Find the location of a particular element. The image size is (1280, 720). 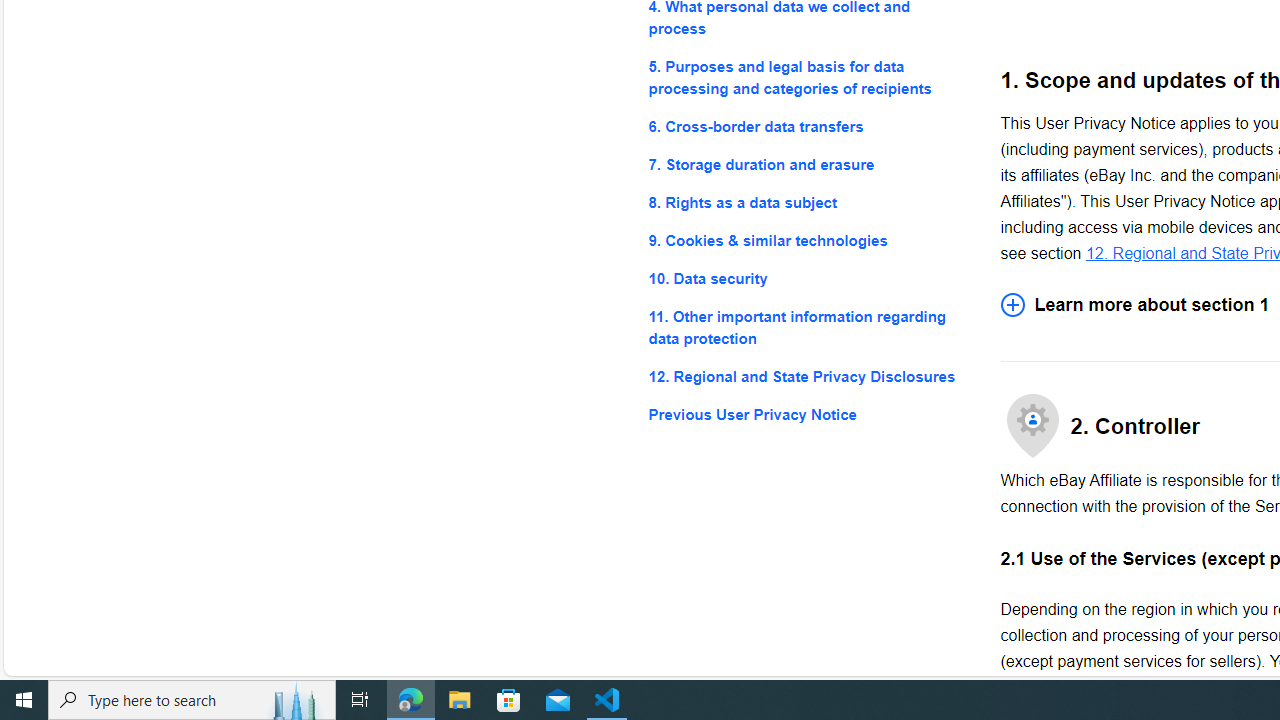

'10. Data security' is located at coordinates (808, 279).